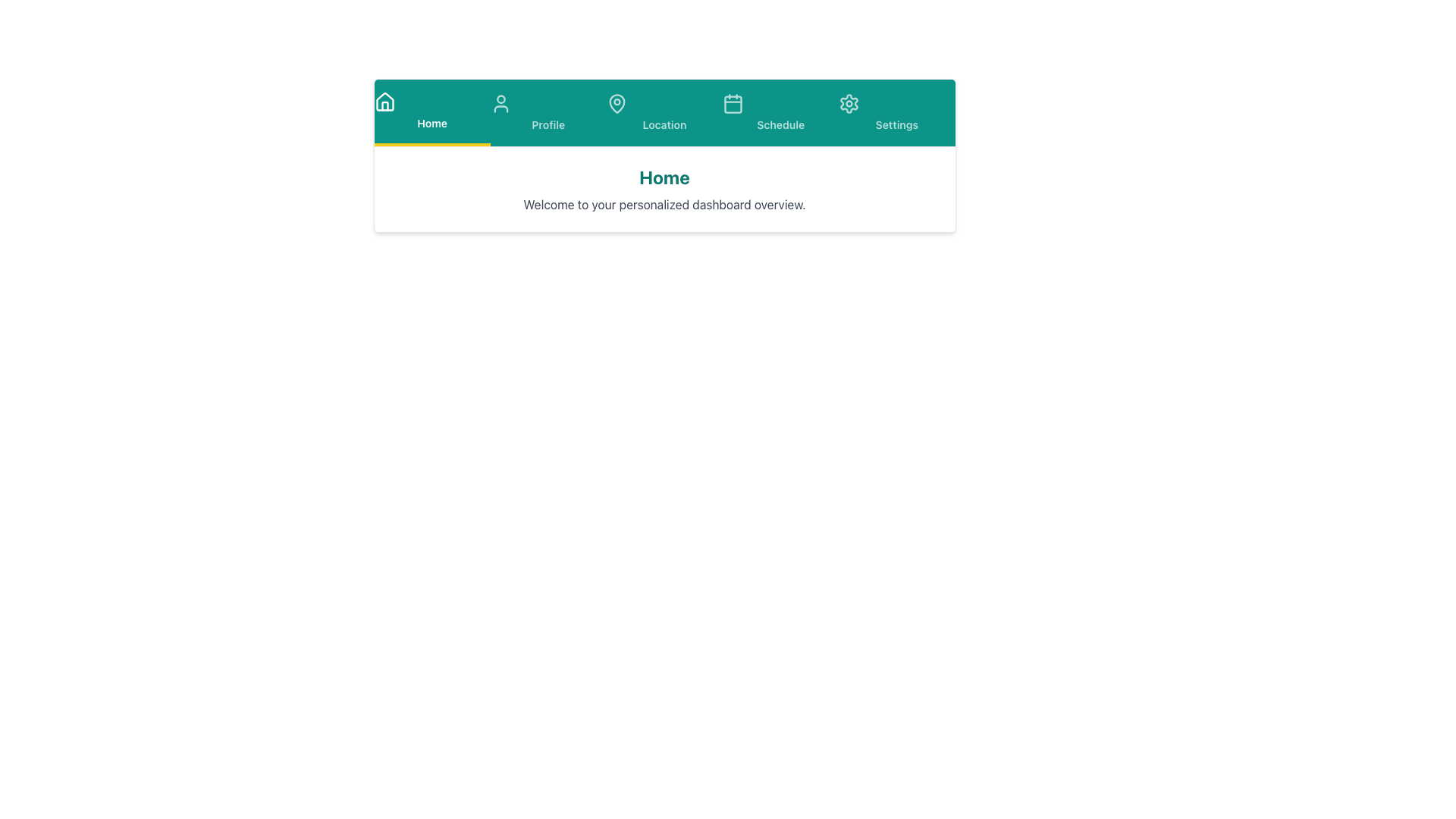  I want to click on the vertical rectangular component inside the house icon located at the far left of the navigation bar, so click(384, 105).